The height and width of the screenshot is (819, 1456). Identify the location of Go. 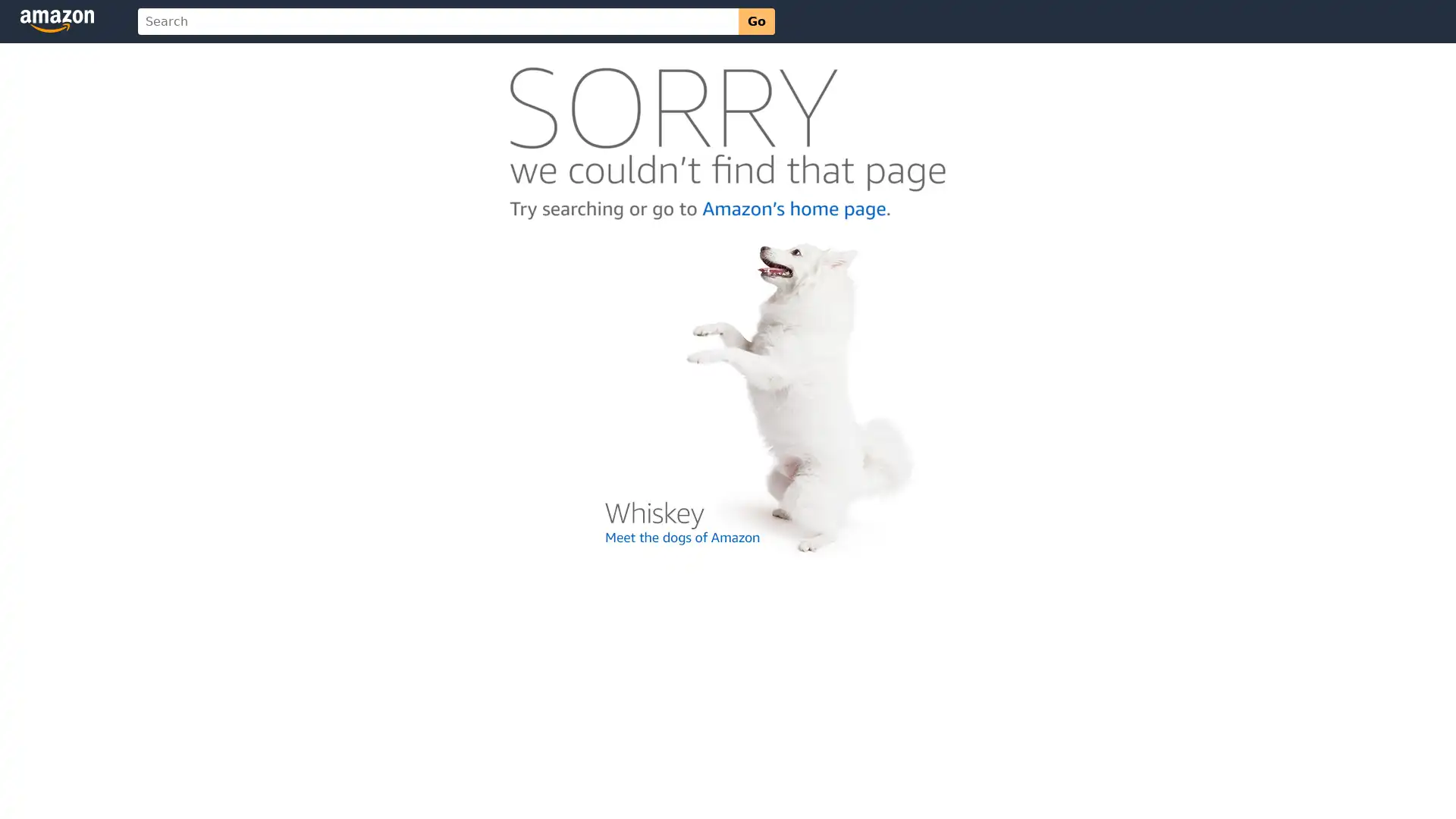
(757, 21).